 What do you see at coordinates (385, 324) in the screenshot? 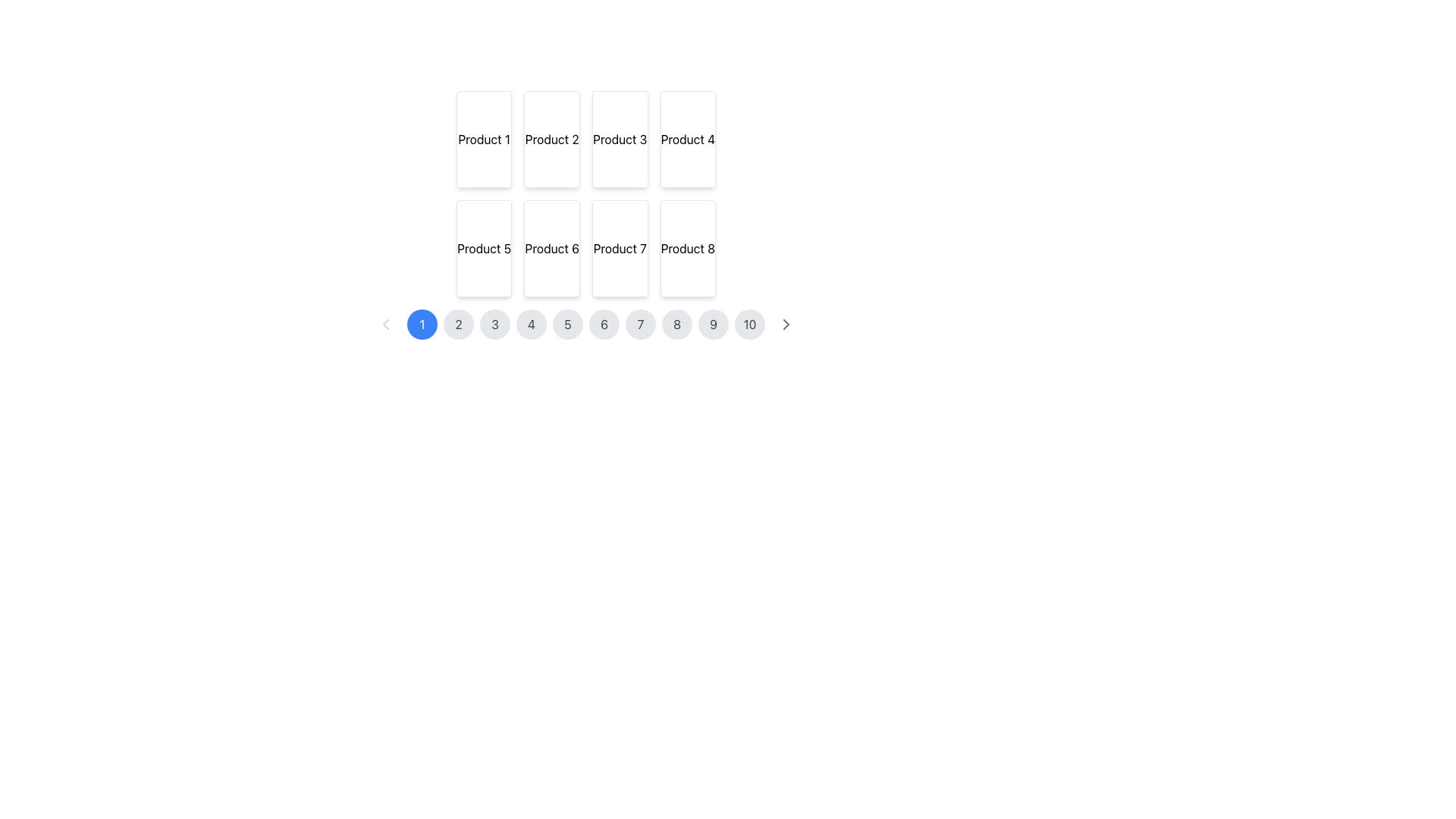
I see `the disabled leftward chevron button in the pagination control bar, located at the bottom of the interface, which is visually represented by a gray arrow in a circular area` at bounding box center [385, 324].